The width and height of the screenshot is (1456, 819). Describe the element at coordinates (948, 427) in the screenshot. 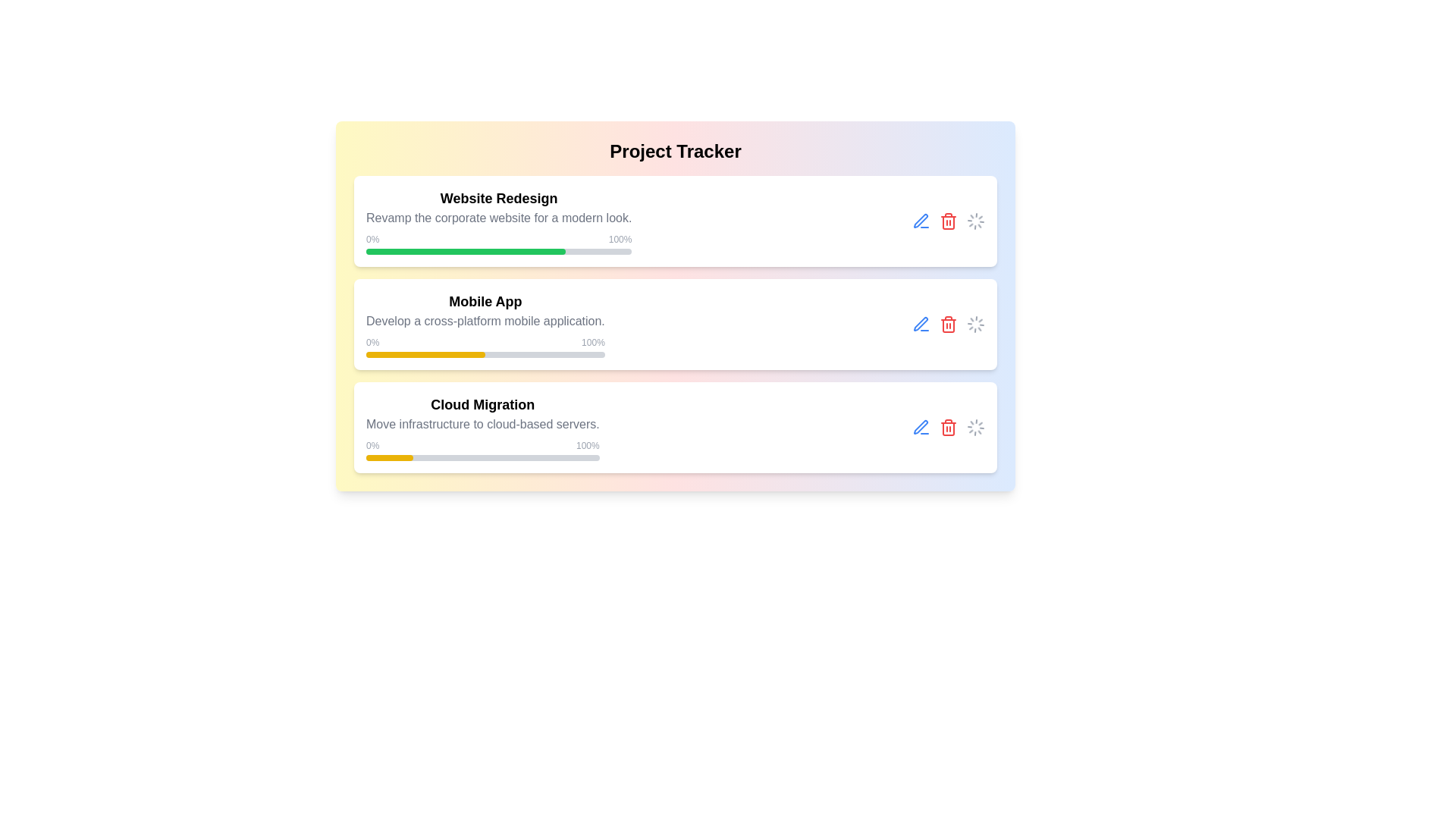

I see `delete button for the project named Cloud Migration` at that location.